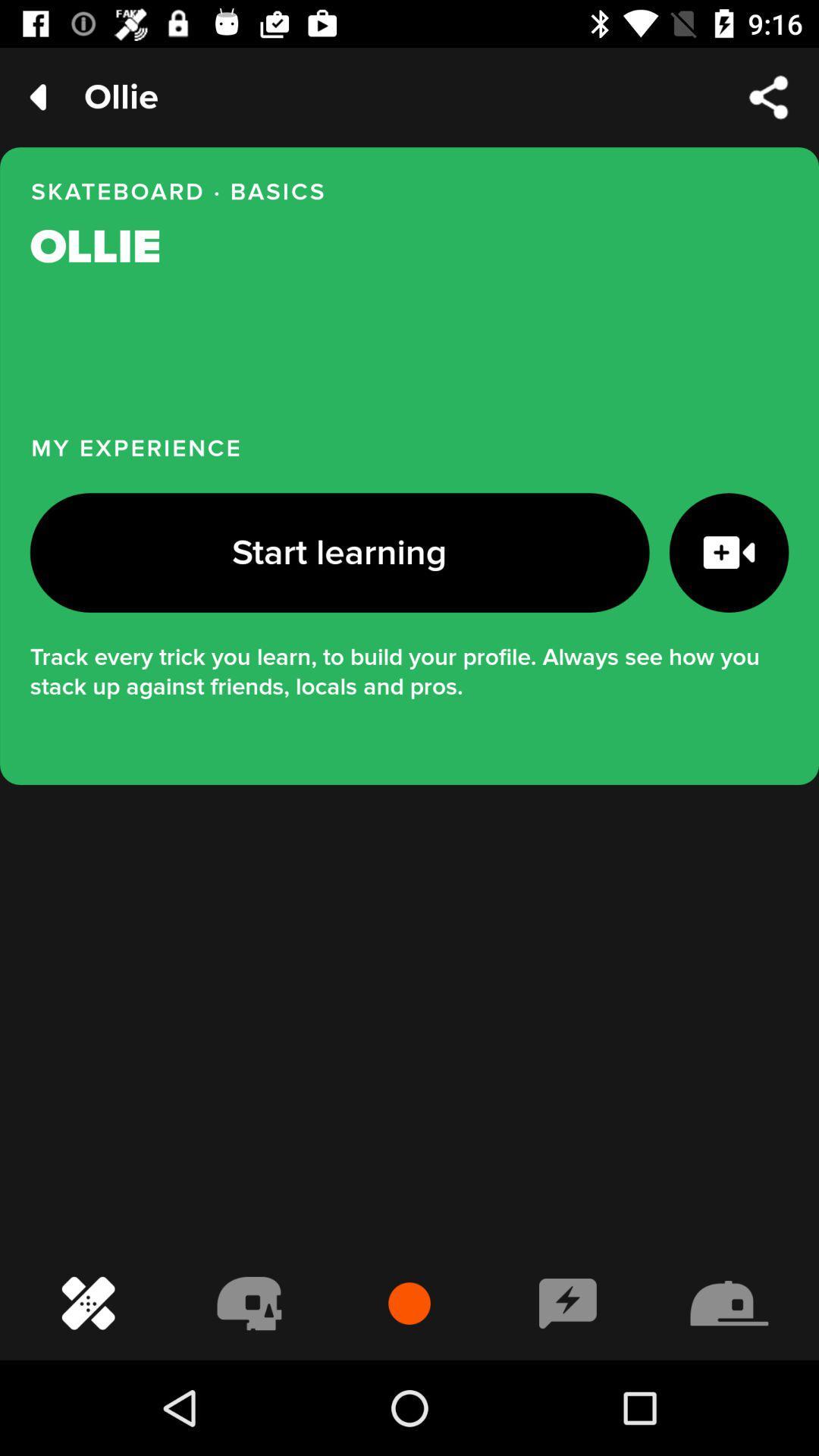  I want to click on the arrow_backward icon, so click(37, 96).